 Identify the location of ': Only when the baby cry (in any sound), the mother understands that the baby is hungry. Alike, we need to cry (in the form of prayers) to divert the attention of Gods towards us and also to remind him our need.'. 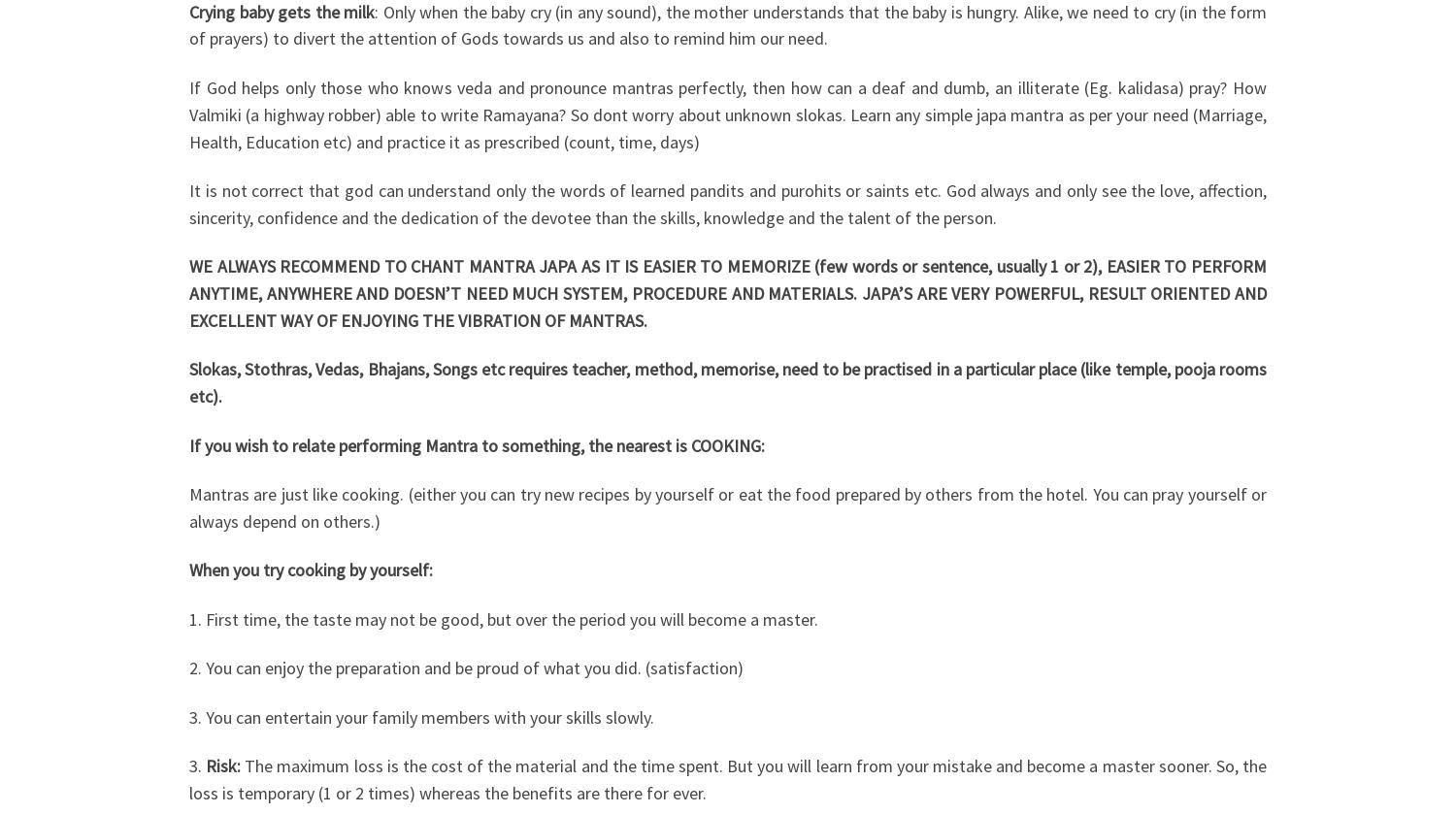
(728, 24).